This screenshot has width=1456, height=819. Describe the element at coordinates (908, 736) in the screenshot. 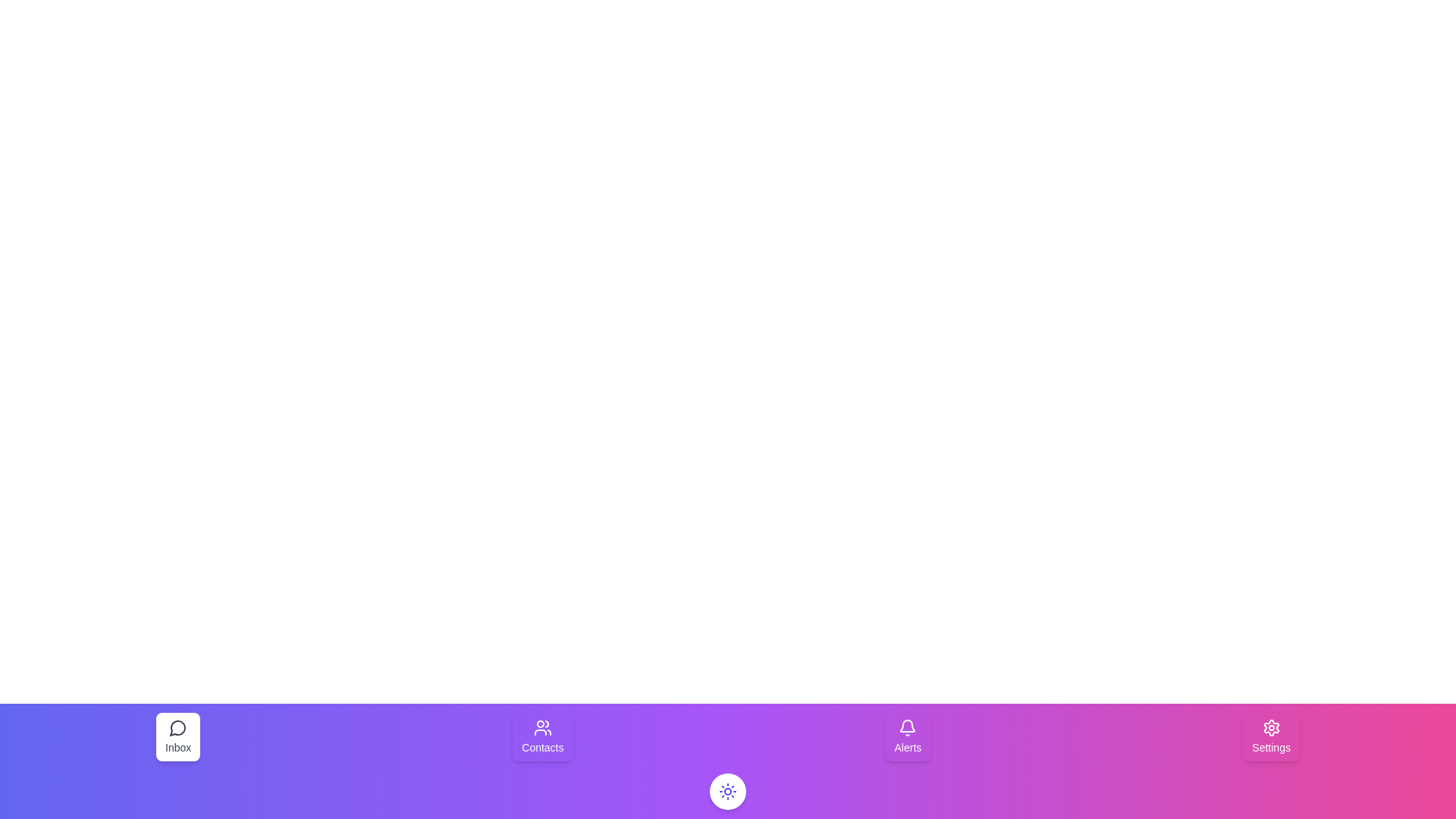

I see `the button labeled Alerts to observe its visual feedback` at that location.